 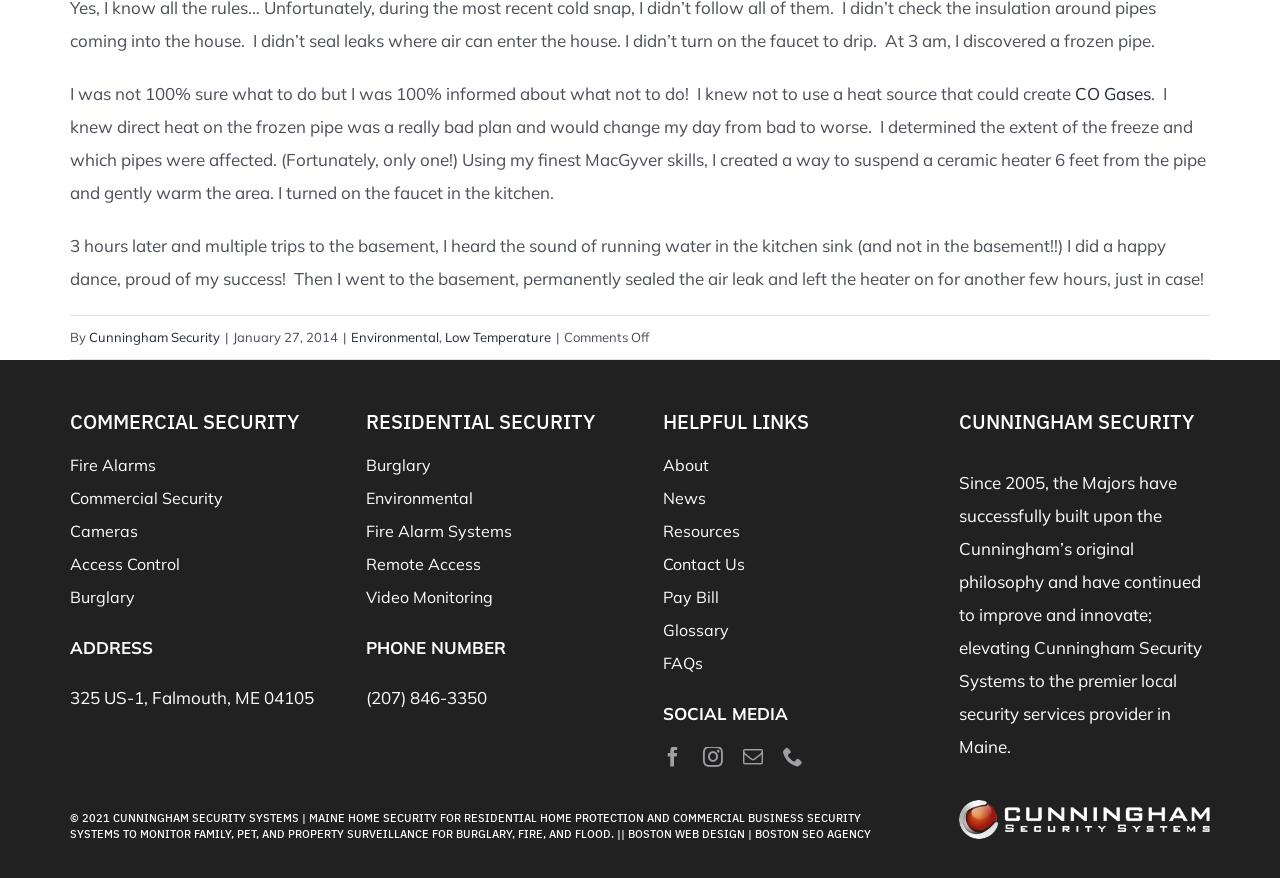 What do you see at coordinates (79, 336) in the screenshot?
I see `'By'` at bounding box center [79, 336].